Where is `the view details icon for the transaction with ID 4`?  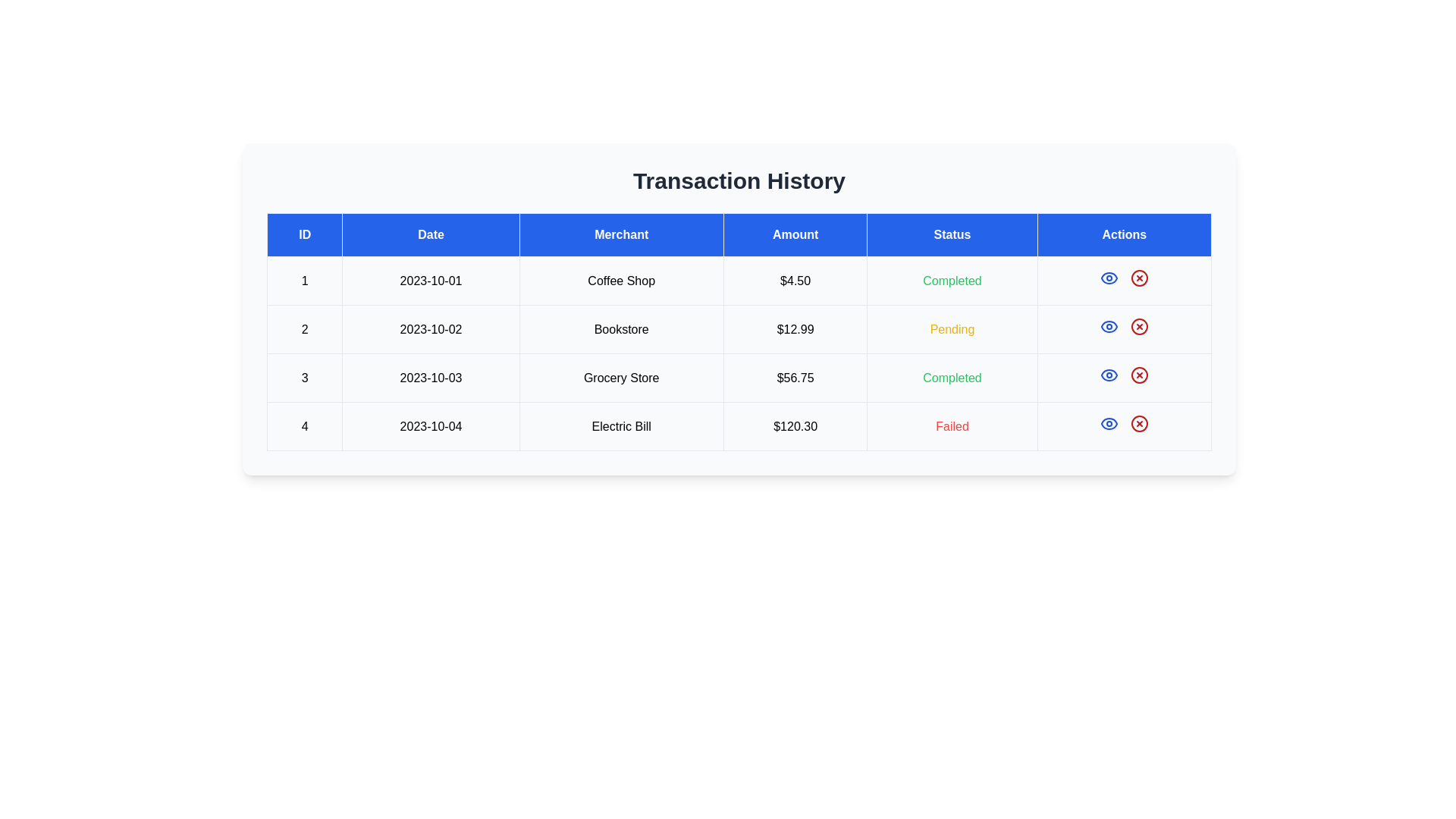
the view details icon for the transaction with ID 4 is located at coordinates (1109, 424).